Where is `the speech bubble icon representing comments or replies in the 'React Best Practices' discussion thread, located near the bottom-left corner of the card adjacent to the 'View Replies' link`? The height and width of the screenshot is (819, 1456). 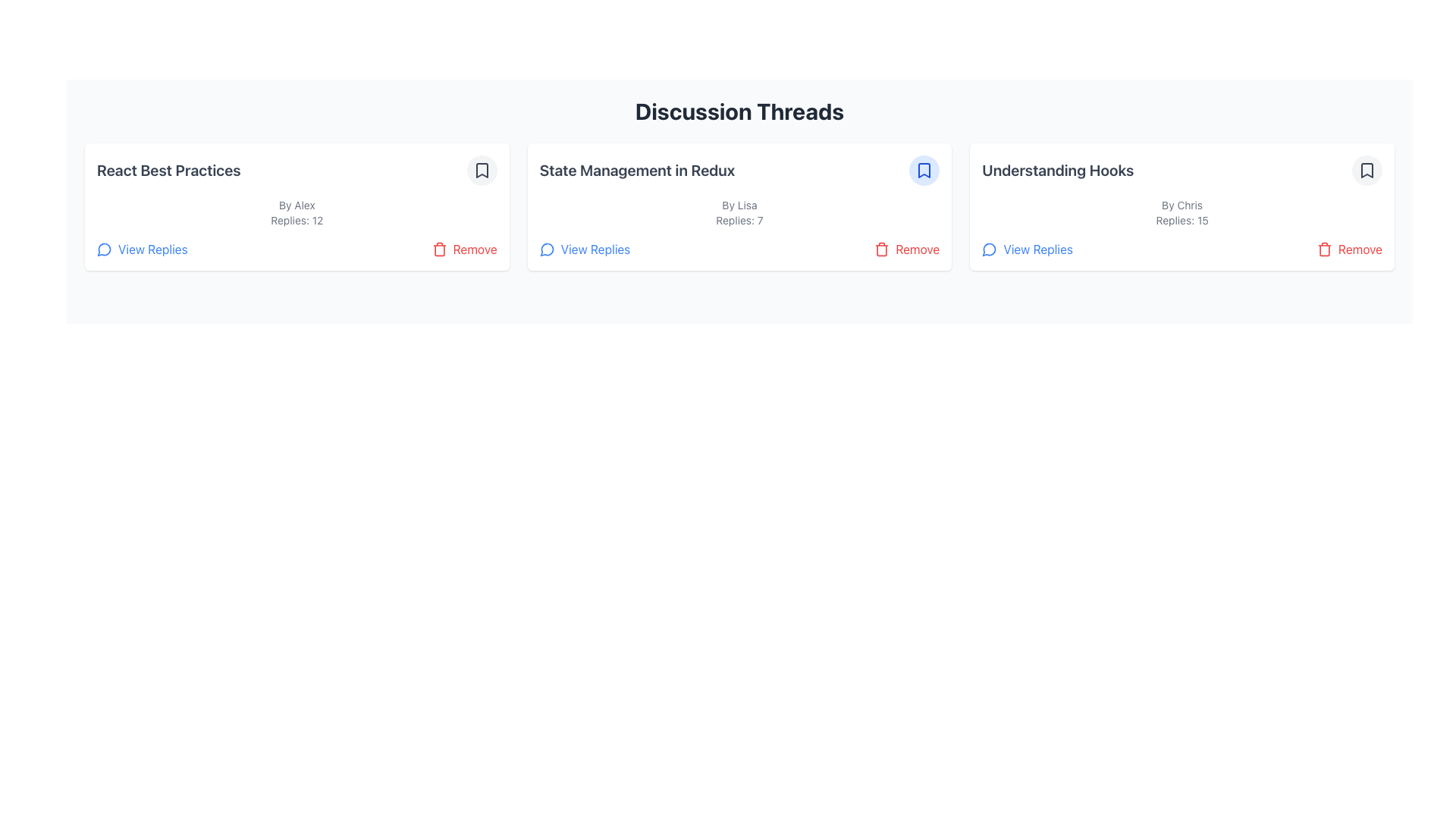 the speech bubble icon representing comments or replies in the 'React Best Practices' discussion thread, located near the bottom-left corner of the card adjacent to the 'View Replies' link is located at coordinates (989, 249).